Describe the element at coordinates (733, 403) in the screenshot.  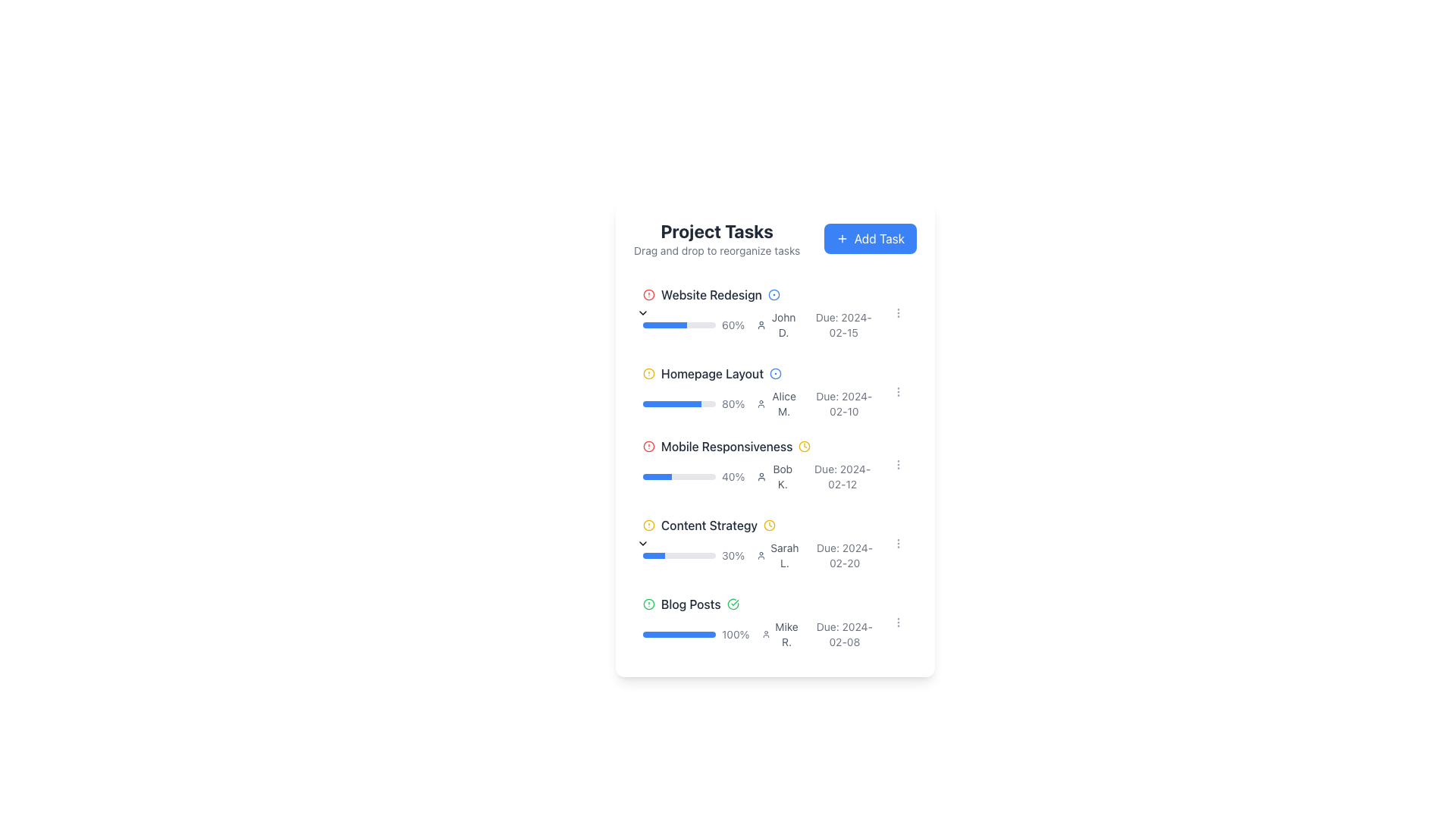
I see `the static text label displaying the percentage of progress located in the 'Homepage Layout' section, which is positioned to the right of the blue progress bar` at that location.